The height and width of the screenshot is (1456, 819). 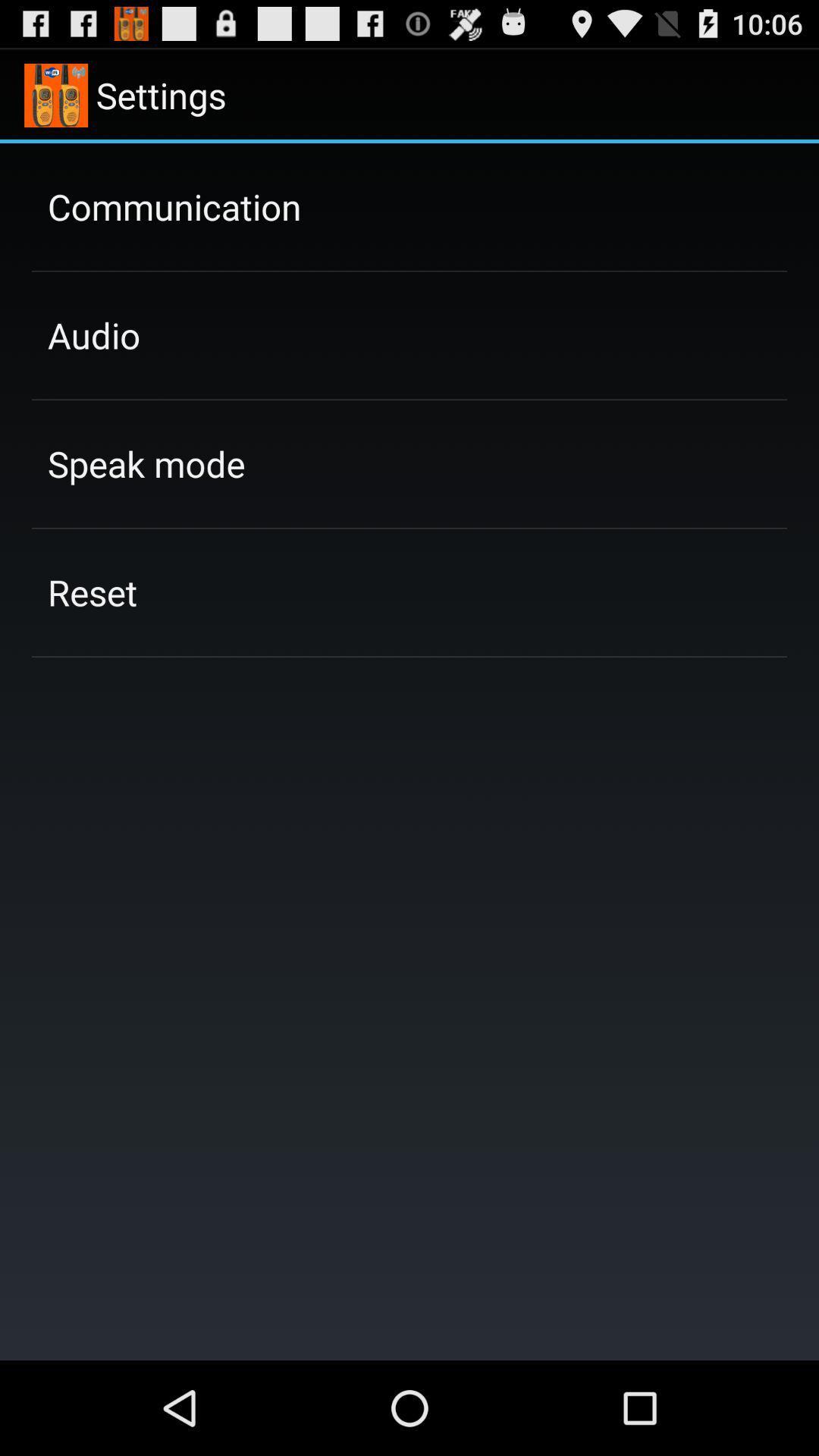 What do you see at coordinates (146, 463) in the screenshot?
I see `item above the reset` at bounding box center [146, 463].